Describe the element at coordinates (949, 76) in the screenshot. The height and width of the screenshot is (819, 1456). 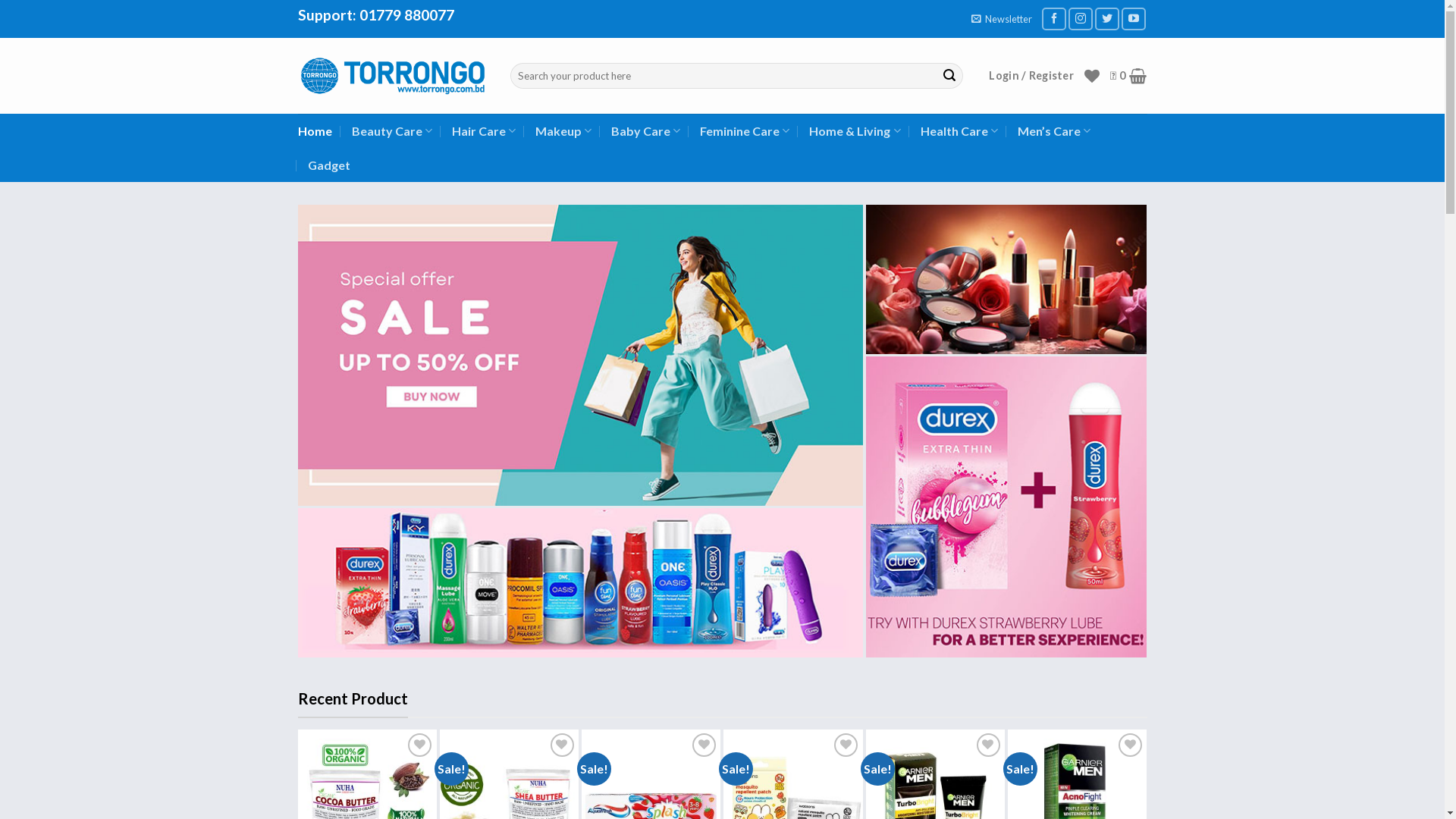
I see `'Search'` at that location.